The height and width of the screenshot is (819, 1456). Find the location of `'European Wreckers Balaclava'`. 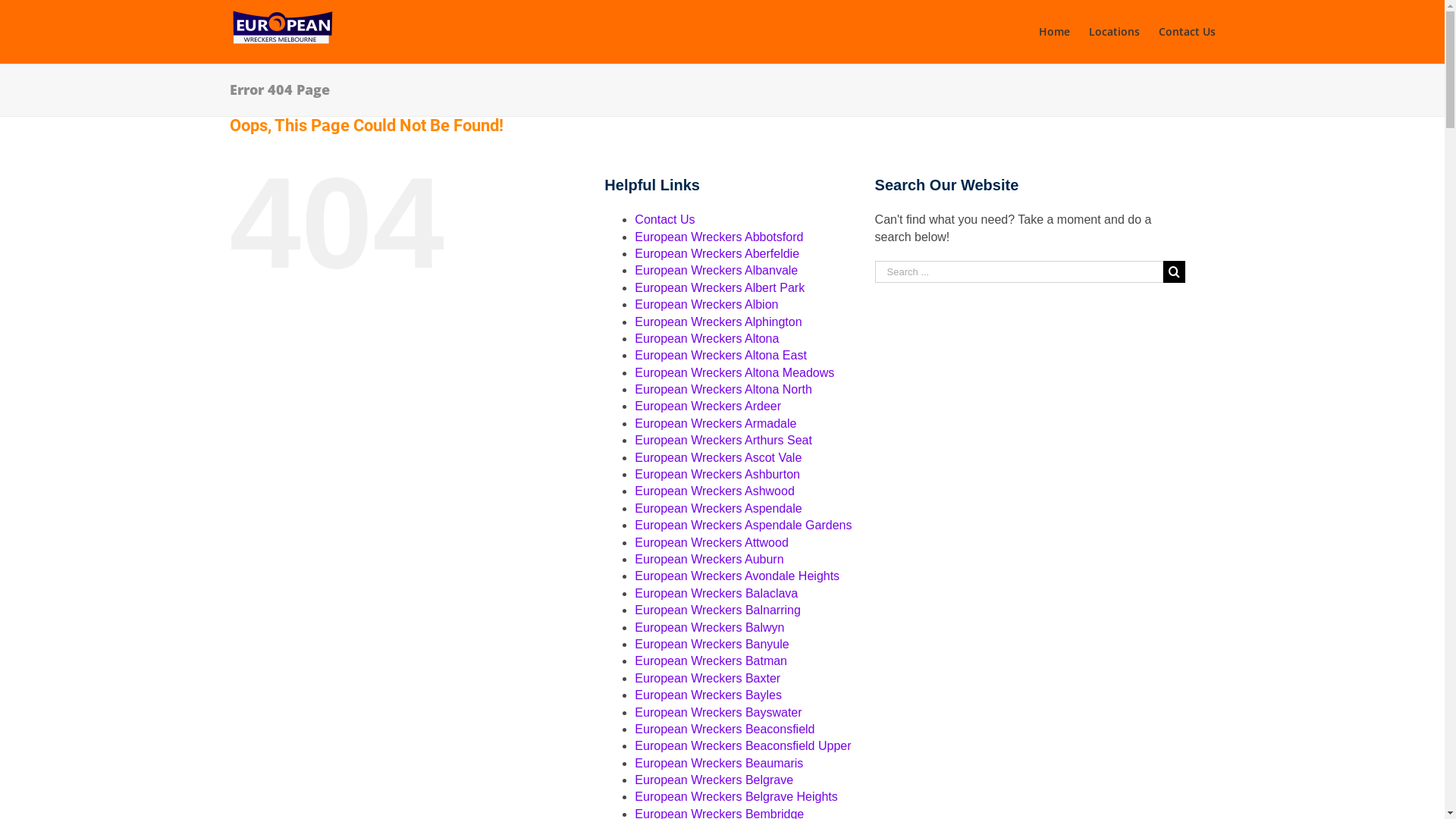

'European Wreckers Balaclava' is located at coordinates (715, 592).